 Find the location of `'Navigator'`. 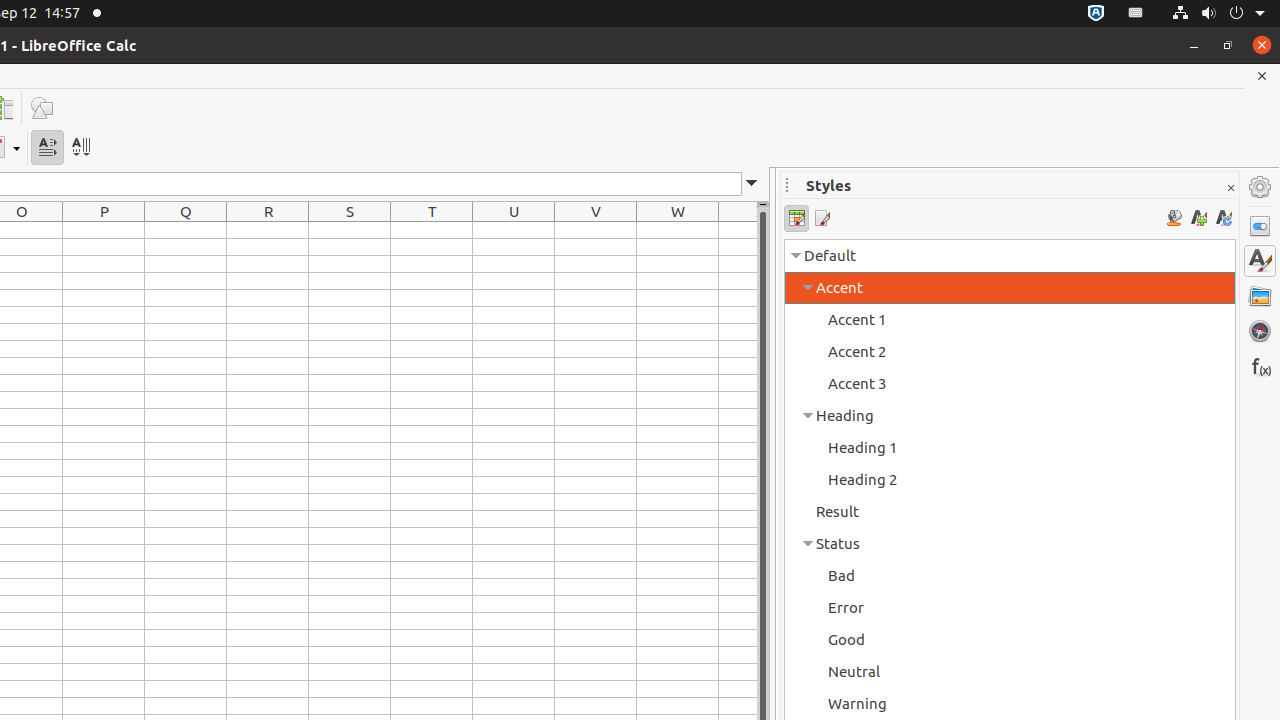

'Navigator' is located at coordinates (1259, 329).